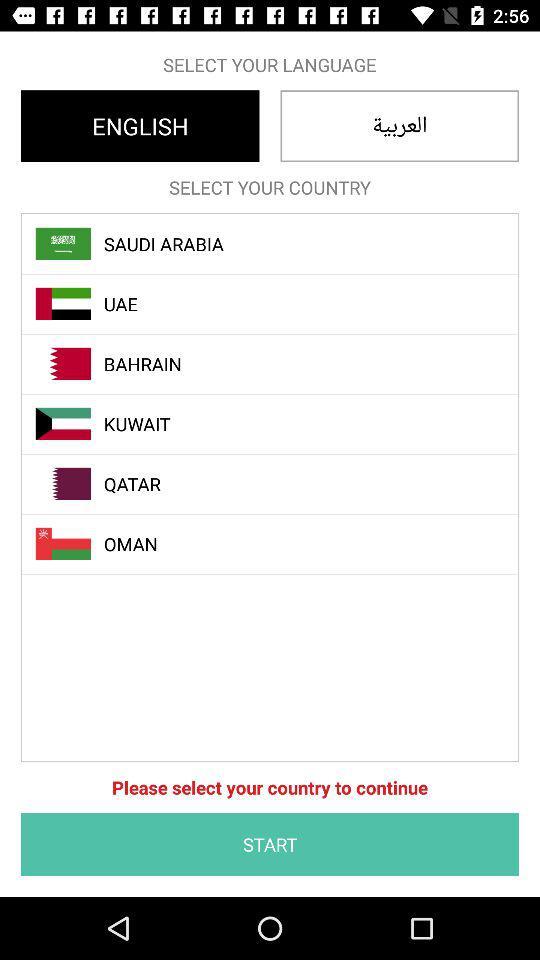 The image size is (540, 960). Describe the element at coordinates (270, 843) in the screenshot. I see `start` at that location.